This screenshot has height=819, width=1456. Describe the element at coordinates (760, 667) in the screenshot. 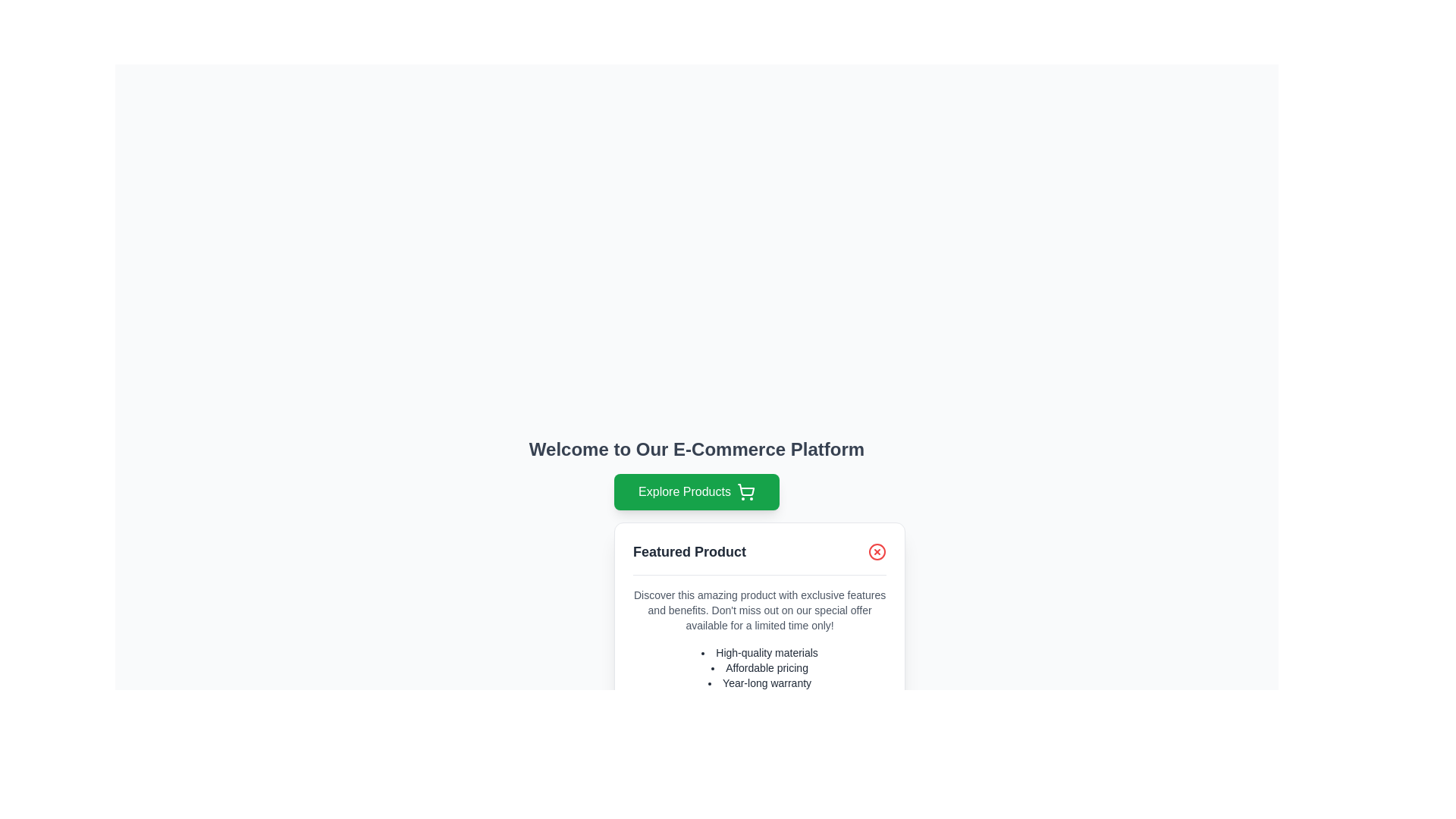

I see `the second item in the bulleted list that contains the text 'Affordable pricing', which is located below the 'Featured Product' title` at that location.